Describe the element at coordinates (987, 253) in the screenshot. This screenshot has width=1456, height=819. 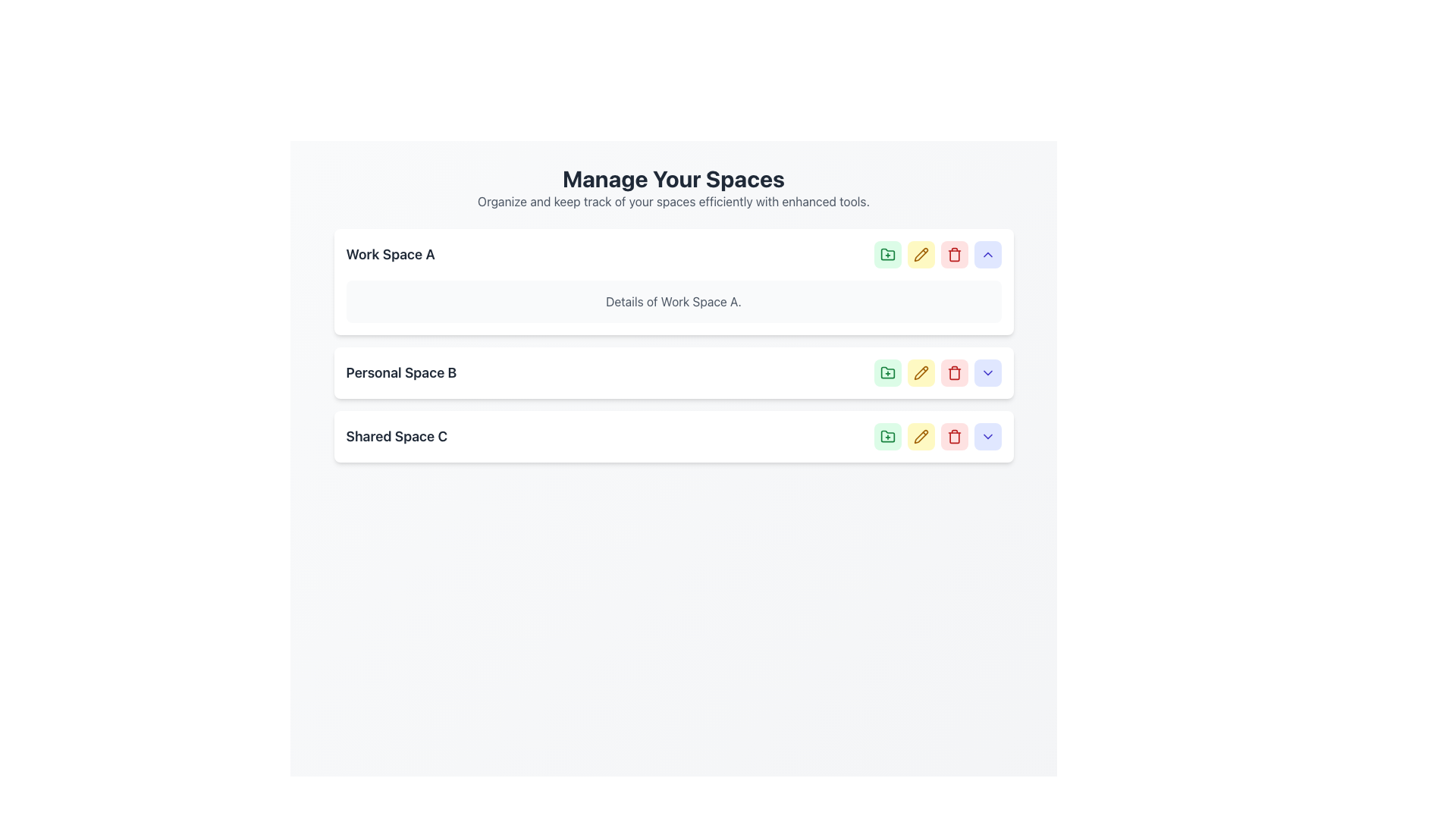
I see `the arrow icon in the third interactive button on the far right of the top row of the 'Work Space A' section` at that location.